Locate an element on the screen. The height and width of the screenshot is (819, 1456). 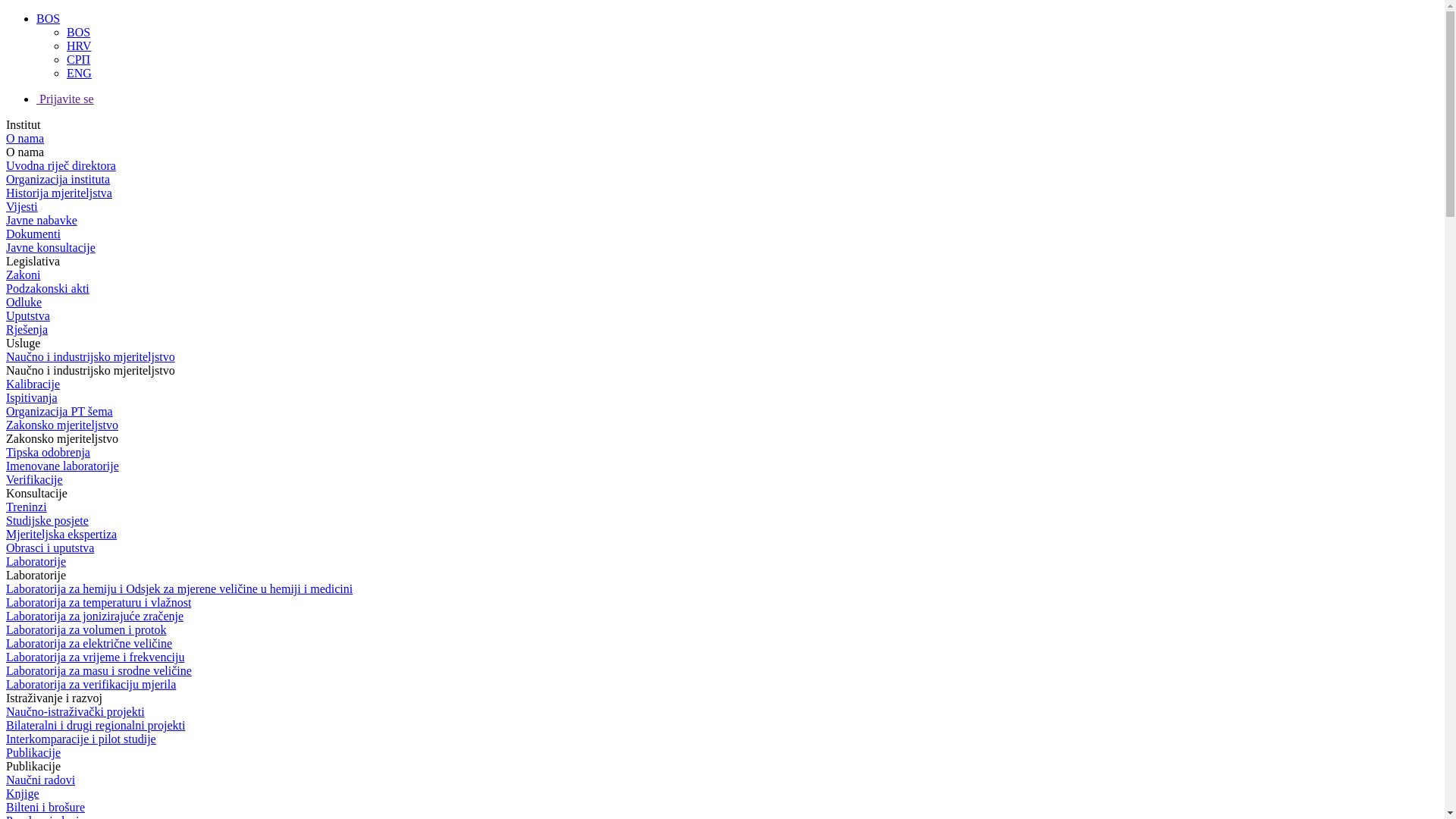
'Verifikacije' is located at coordinates (6, 479).